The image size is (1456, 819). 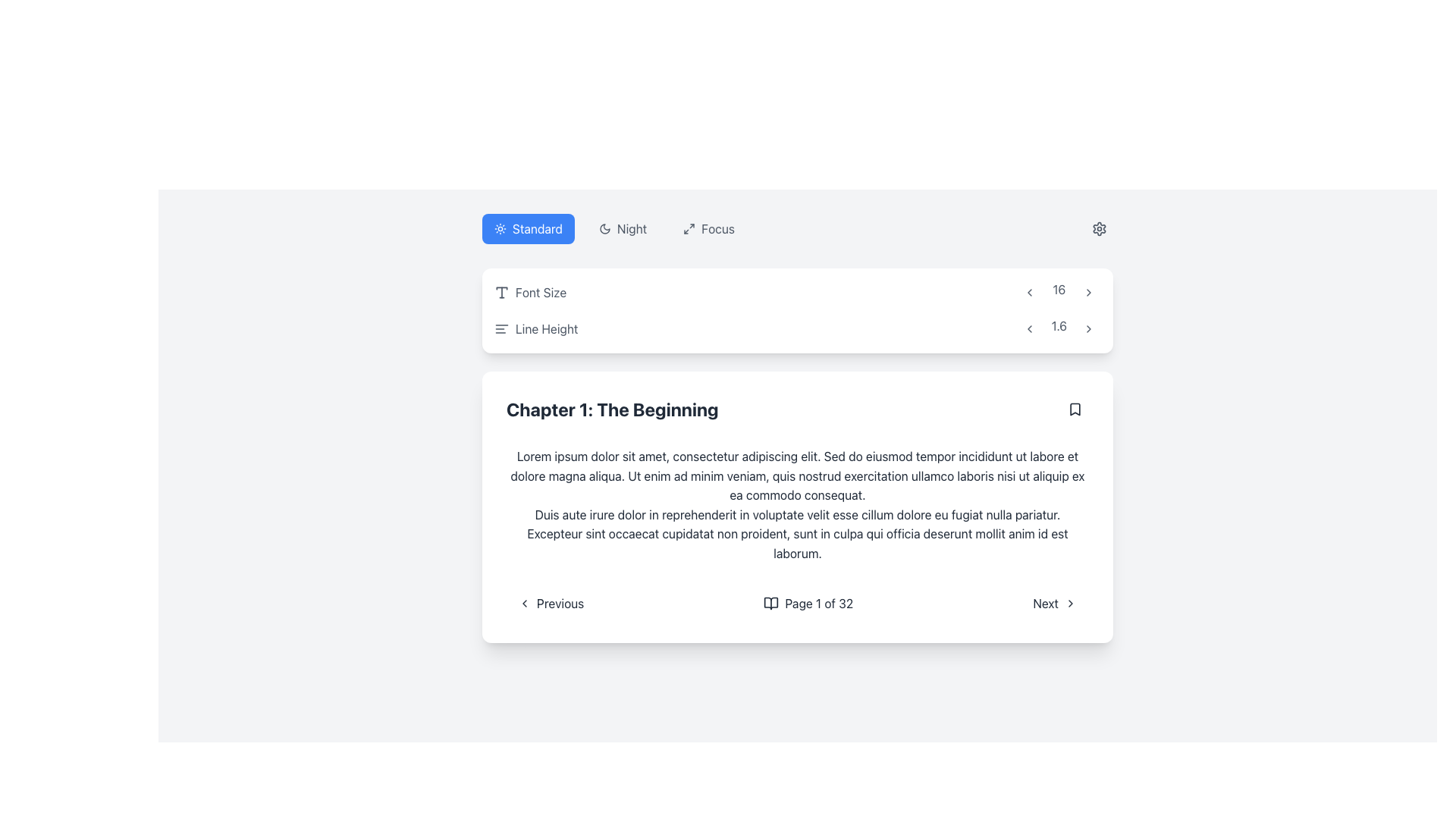 What do you see at coordinates (1099, 228) in the screenshot?
I see `the gear icon within the interactive button located at the top-right corner of the user interface to interact with it` at bounding box center [1099, 228].